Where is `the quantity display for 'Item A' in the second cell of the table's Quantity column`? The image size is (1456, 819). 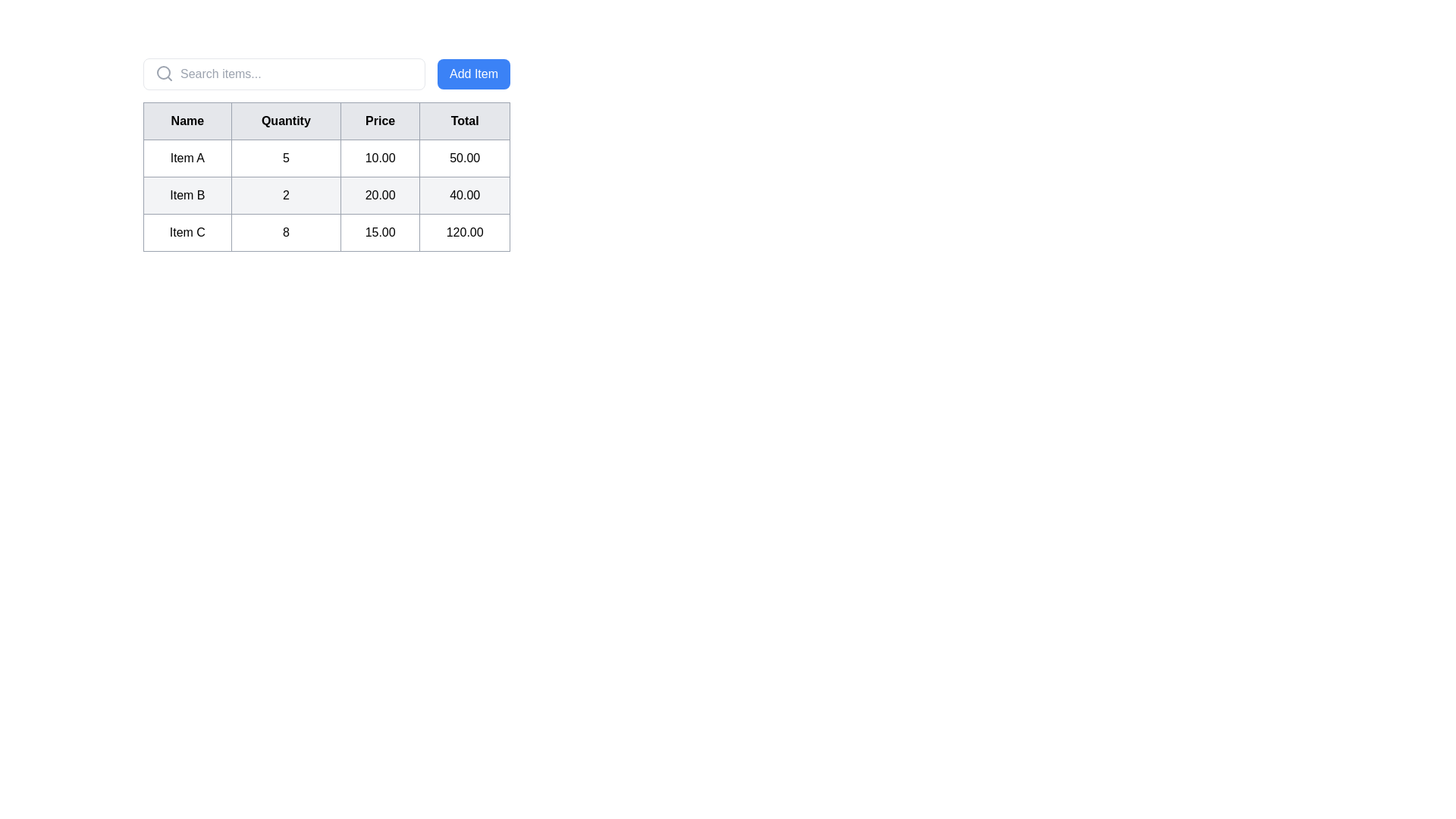 the quantity display for 'Item A' in the second cell of the table's Quantity column is located at coordinates (286, 158).